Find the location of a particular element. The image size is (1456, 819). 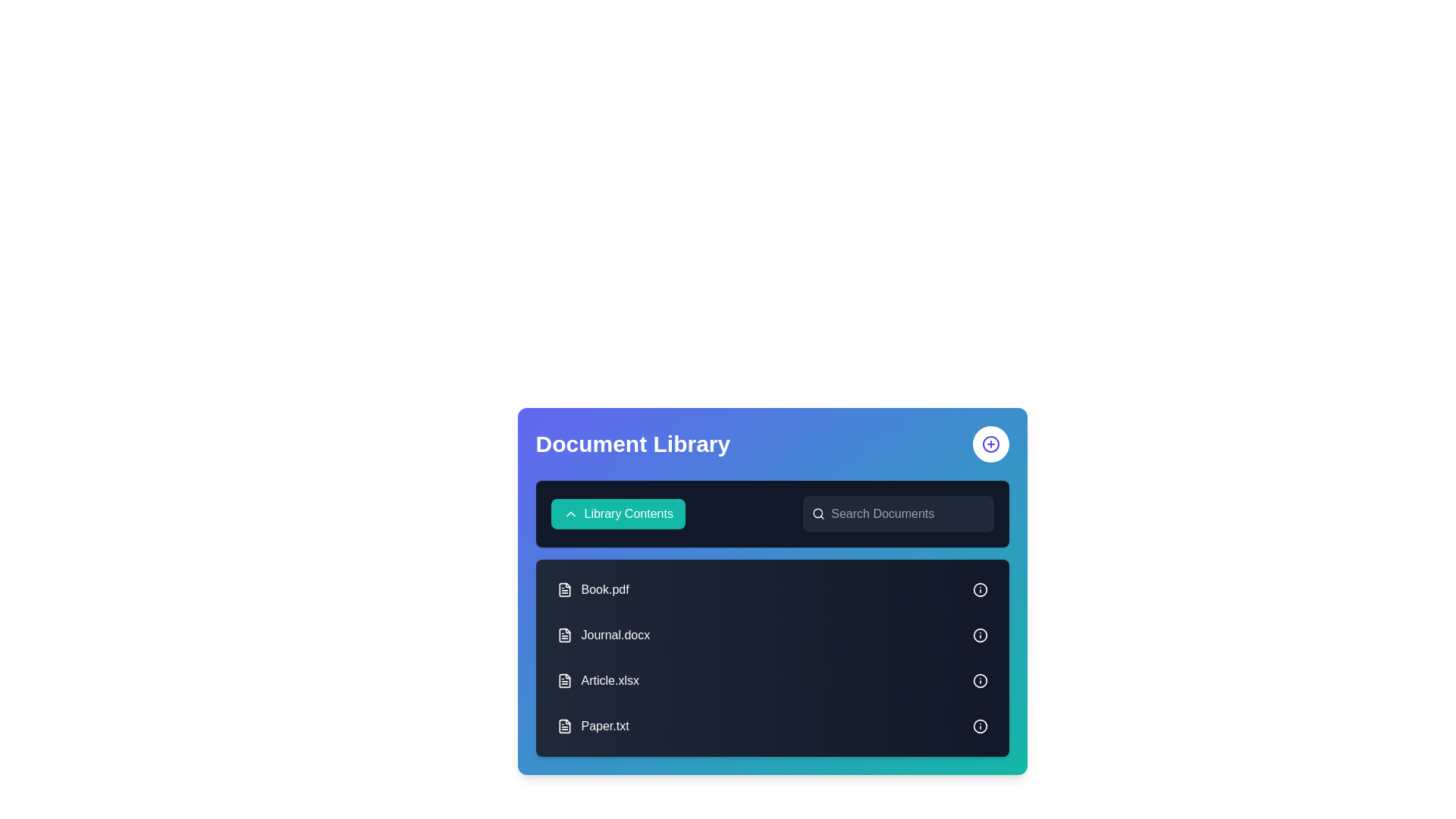

the text label displaying 'Paper.txt' in the 'Document Library' section is located at coordinates (592, 725).